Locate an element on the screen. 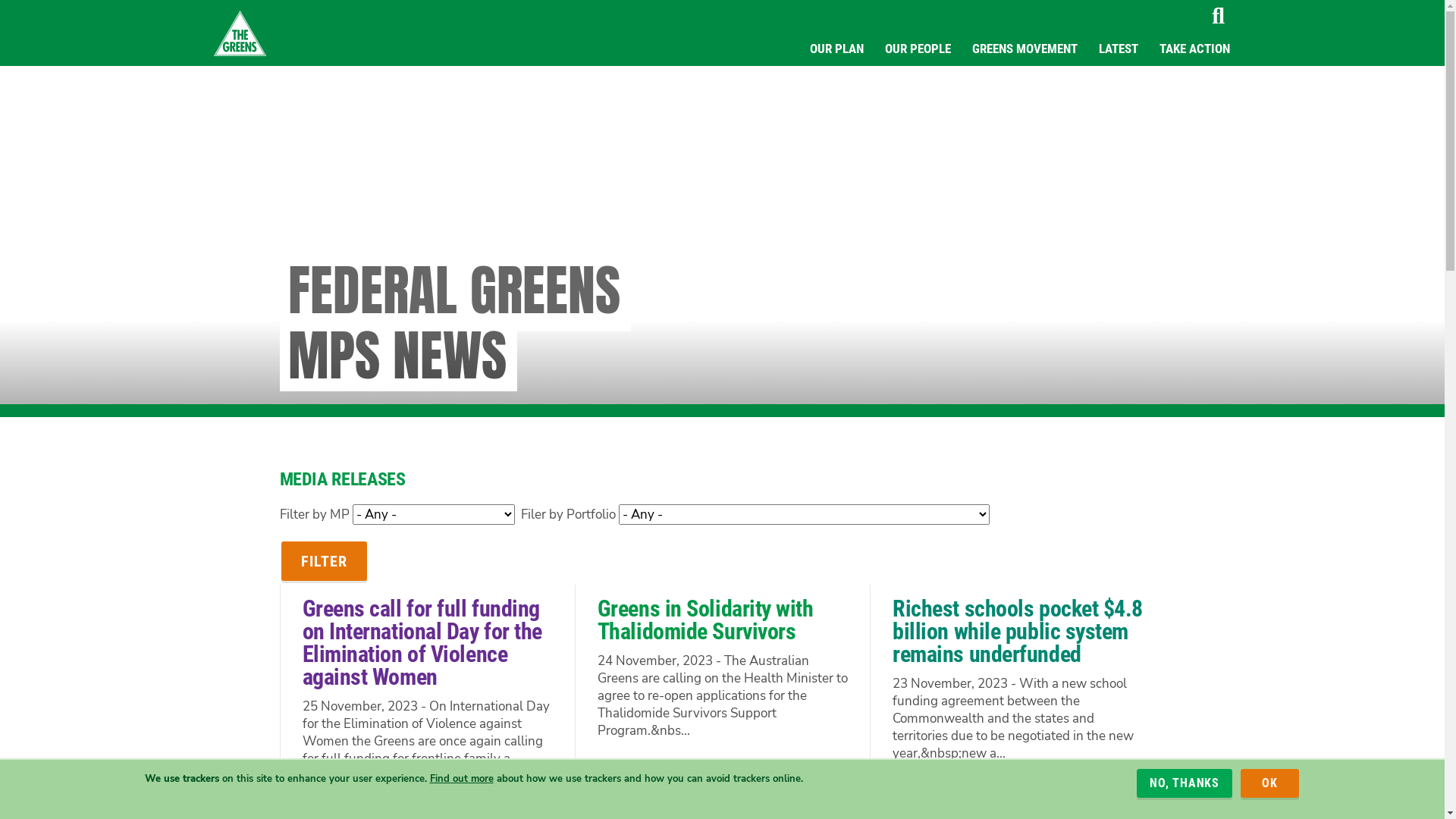 The width and height of the screenshot is (1456, 819). 'Skip to main content' is located at coordinates (0, 0).